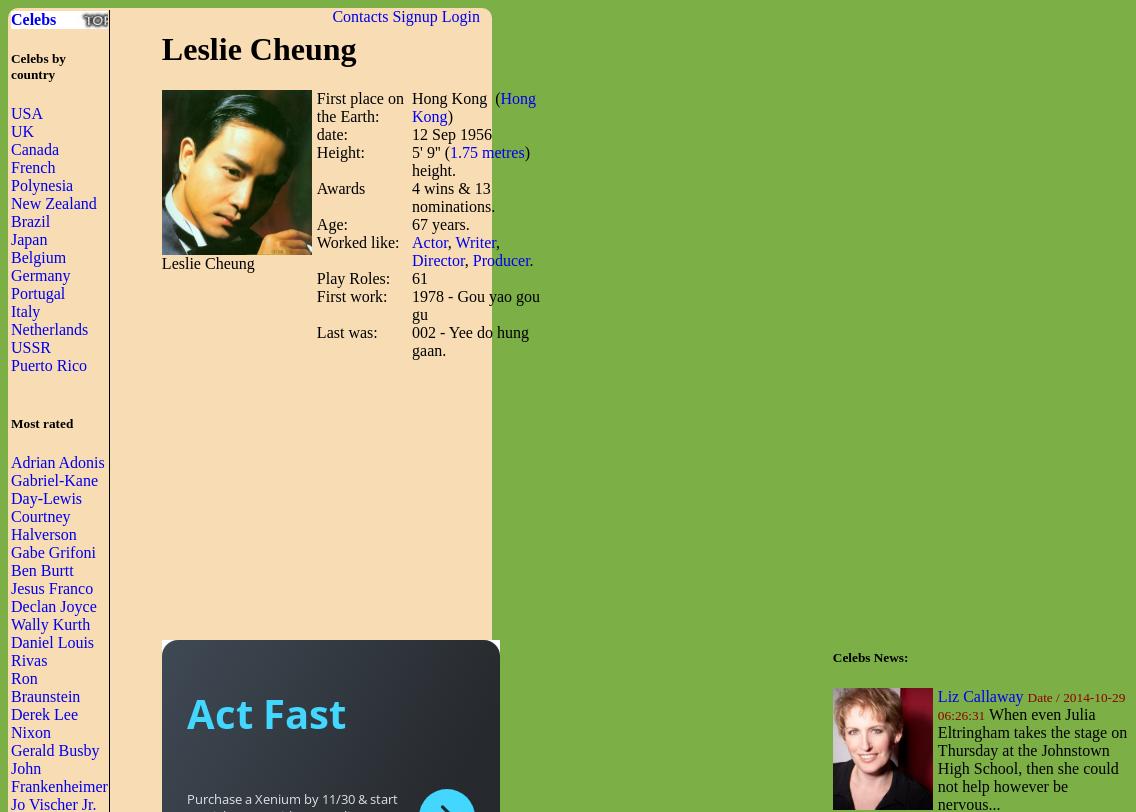  Describe the element at coordinates (980, 696) in the screenshot. I see `'Liz Callaway'` at that location.